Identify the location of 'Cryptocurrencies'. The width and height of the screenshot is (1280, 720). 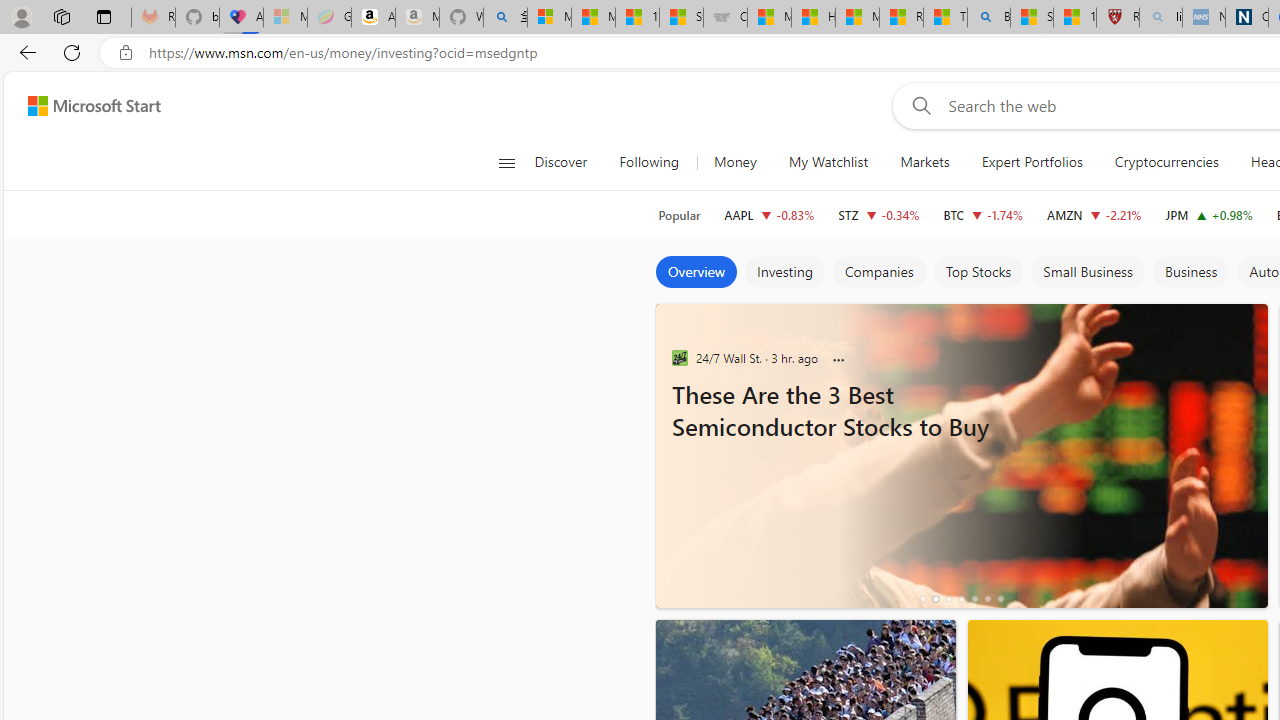
(1166, 162).